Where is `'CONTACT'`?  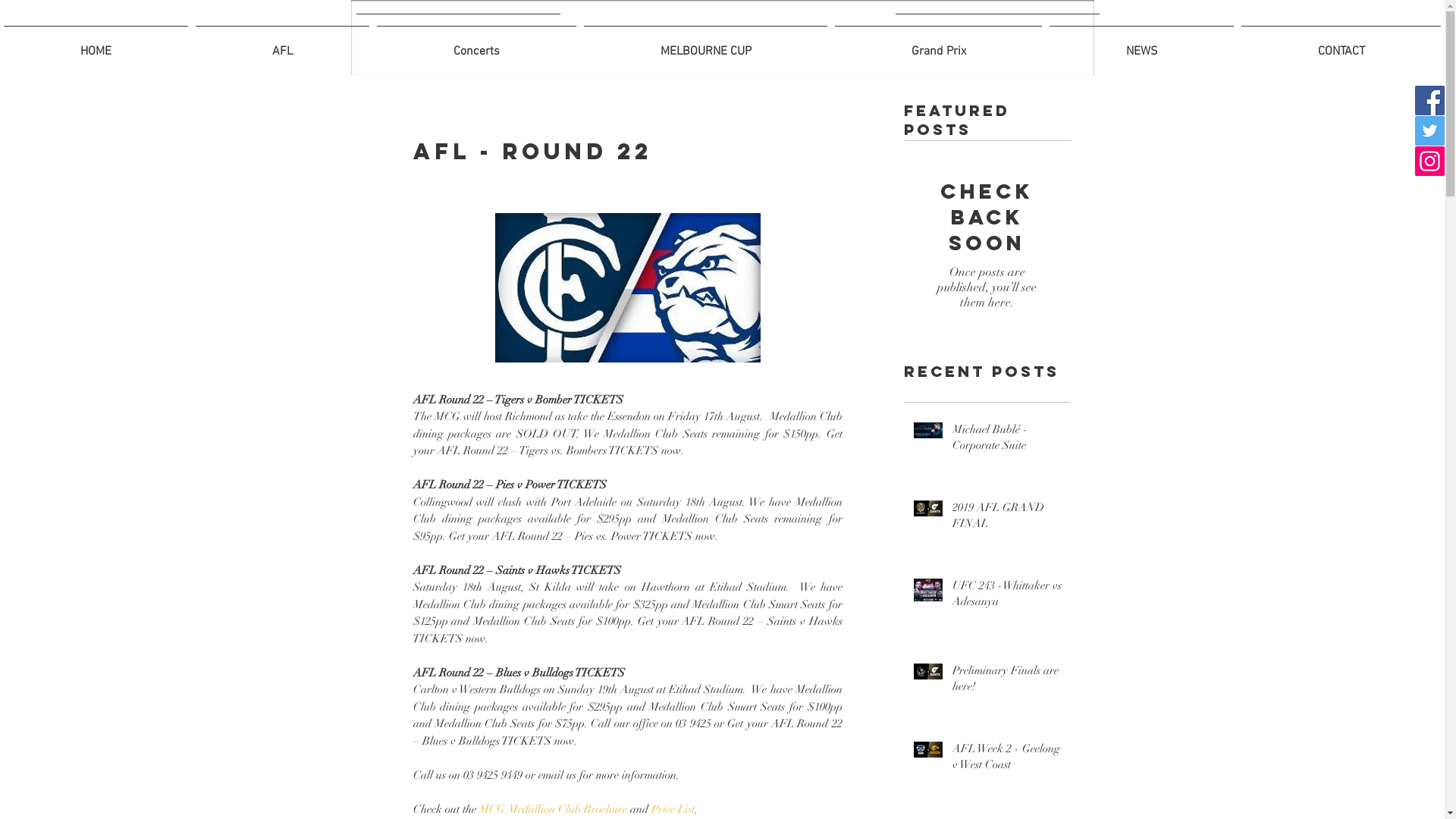
'CONTACT' is located at coordinates (1341, 43).